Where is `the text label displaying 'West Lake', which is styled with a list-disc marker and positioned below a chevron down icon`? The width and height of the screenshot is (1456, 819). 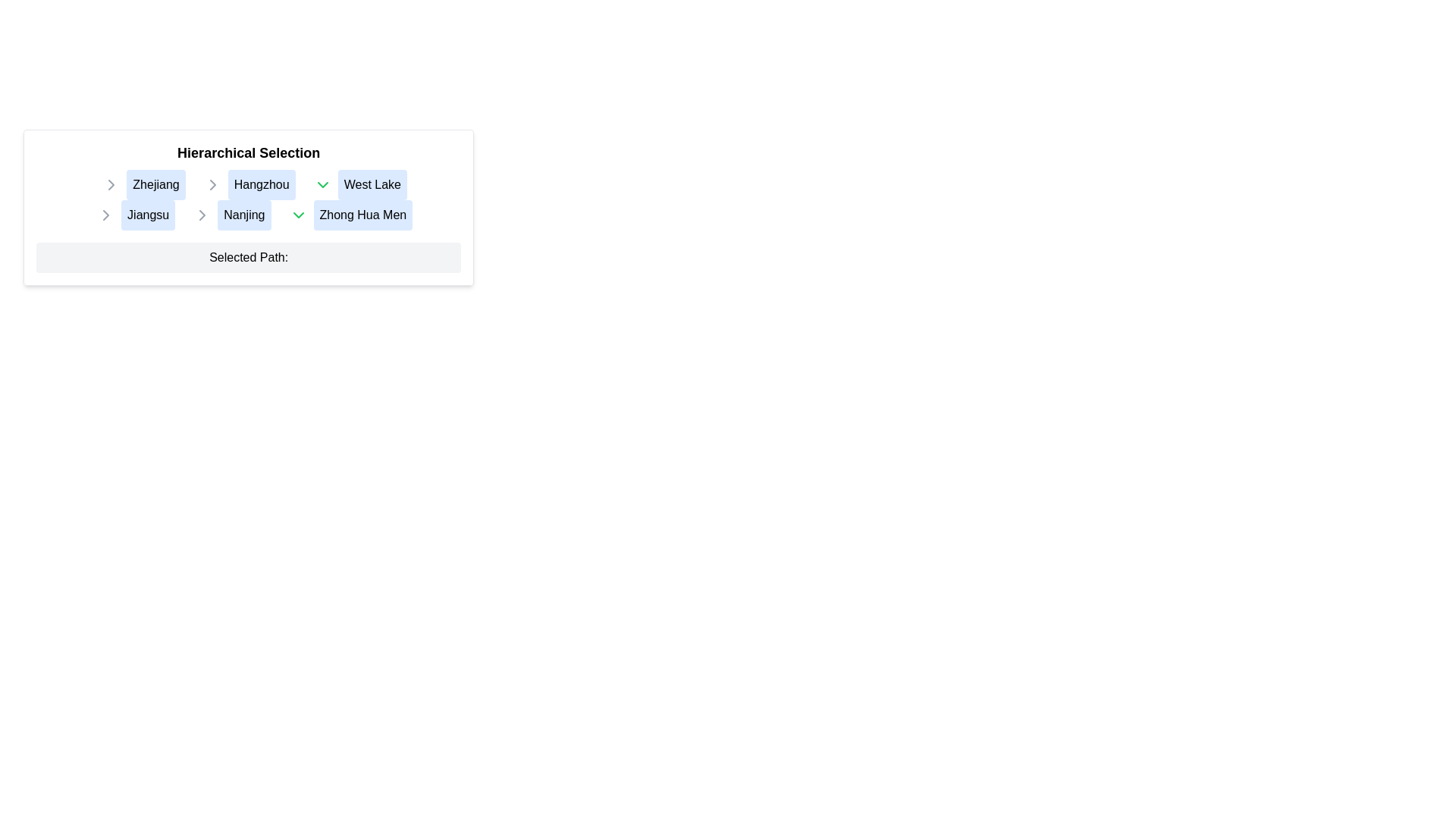
the text label displaying 'West Lake', which is styled with a list-disc marker and positioned below a chevron down icon is located at coordinates (353, 184).